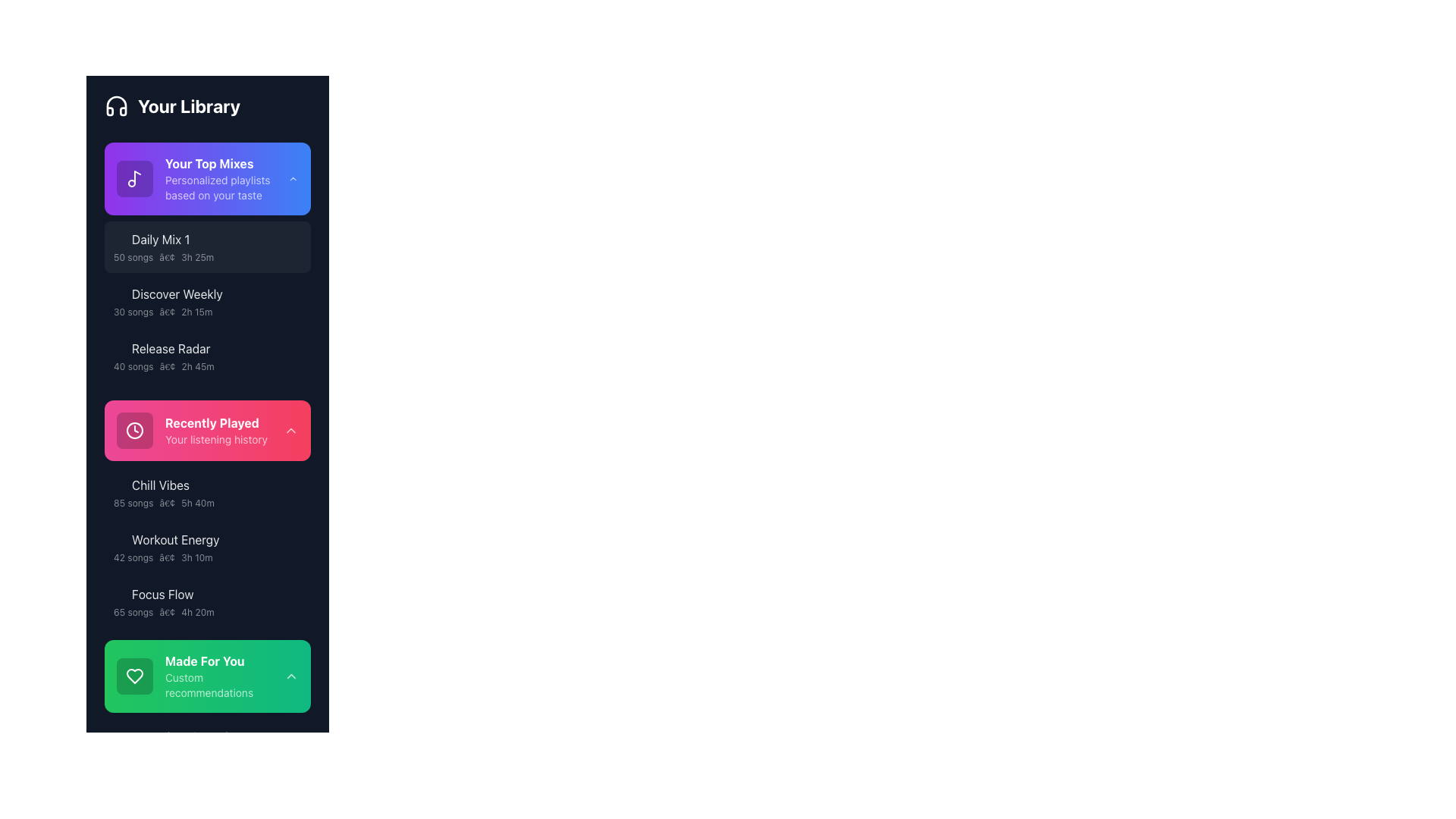  What do you see at coordinates (226, 164) in the screenshot?
I see `the text label titled 'Your Top Mixes' located at the top section of the sidebar, above the subtitle 'Personalized playlists based on your taste'` at bounding box center [226, 164].